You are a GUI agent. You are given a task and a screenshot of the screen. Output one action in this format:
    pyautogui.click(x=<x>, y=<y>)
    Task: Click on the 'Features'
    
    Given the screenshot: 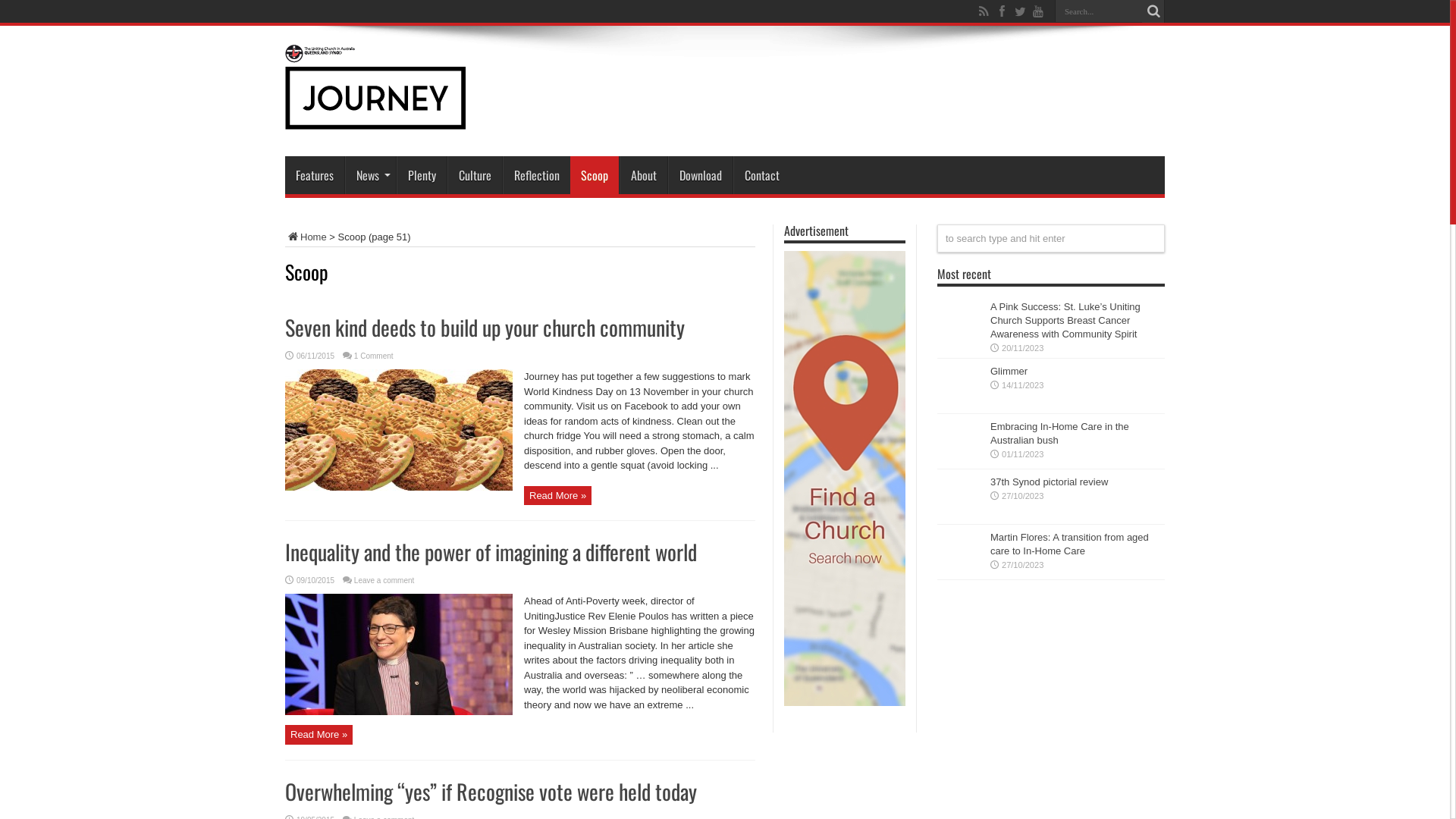 What is the action you would take?
    pyautogui.click(x=313, y=174)
    